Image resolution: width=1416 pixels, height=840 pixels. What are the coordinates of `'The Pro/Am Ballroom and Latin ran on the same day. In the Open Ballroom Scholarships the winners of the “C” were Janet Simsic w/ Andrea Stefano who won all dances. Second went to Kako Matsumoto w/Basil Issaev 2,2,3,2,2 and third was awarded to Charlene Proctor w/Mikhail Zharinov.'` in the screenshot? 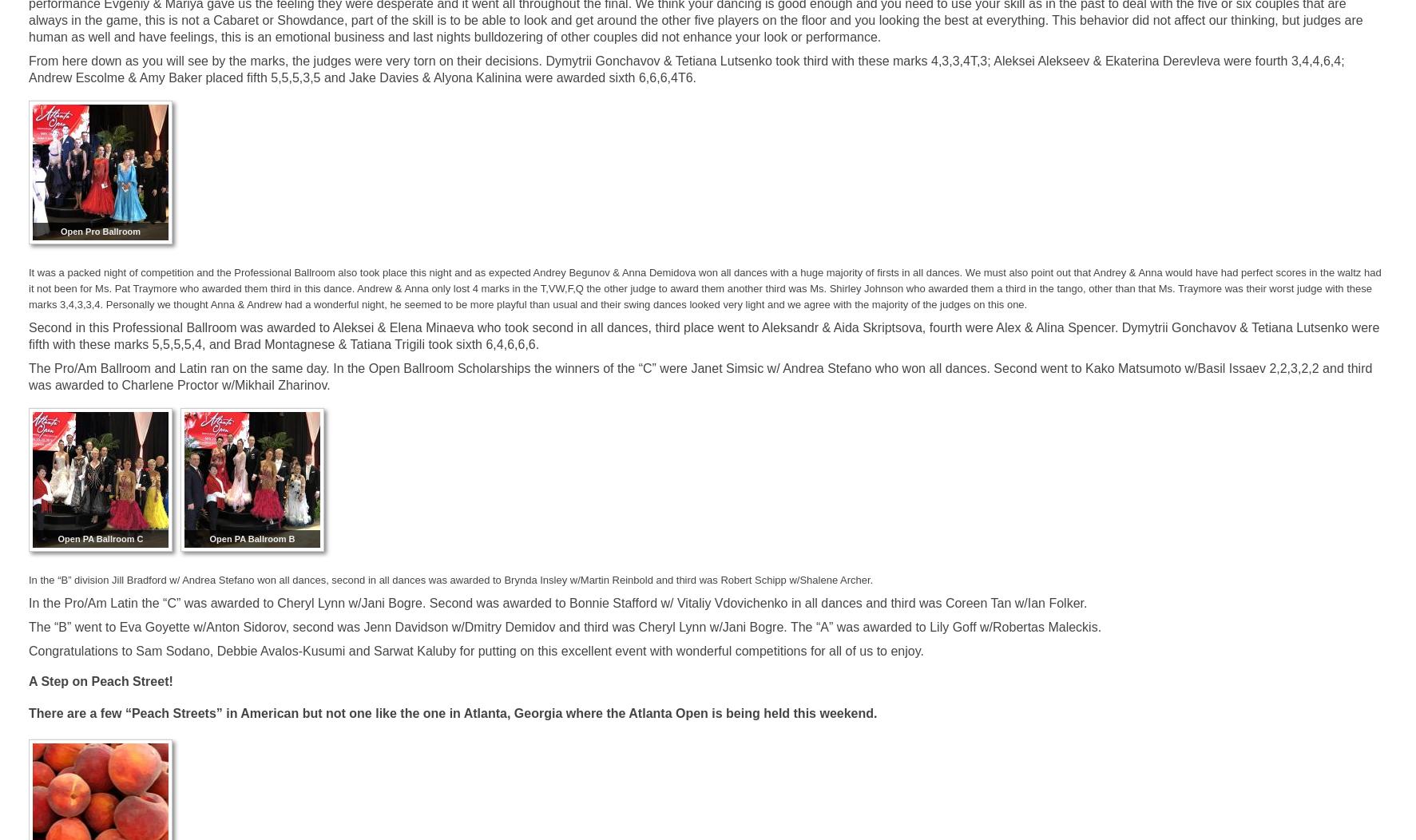 It's located at (699, 377).